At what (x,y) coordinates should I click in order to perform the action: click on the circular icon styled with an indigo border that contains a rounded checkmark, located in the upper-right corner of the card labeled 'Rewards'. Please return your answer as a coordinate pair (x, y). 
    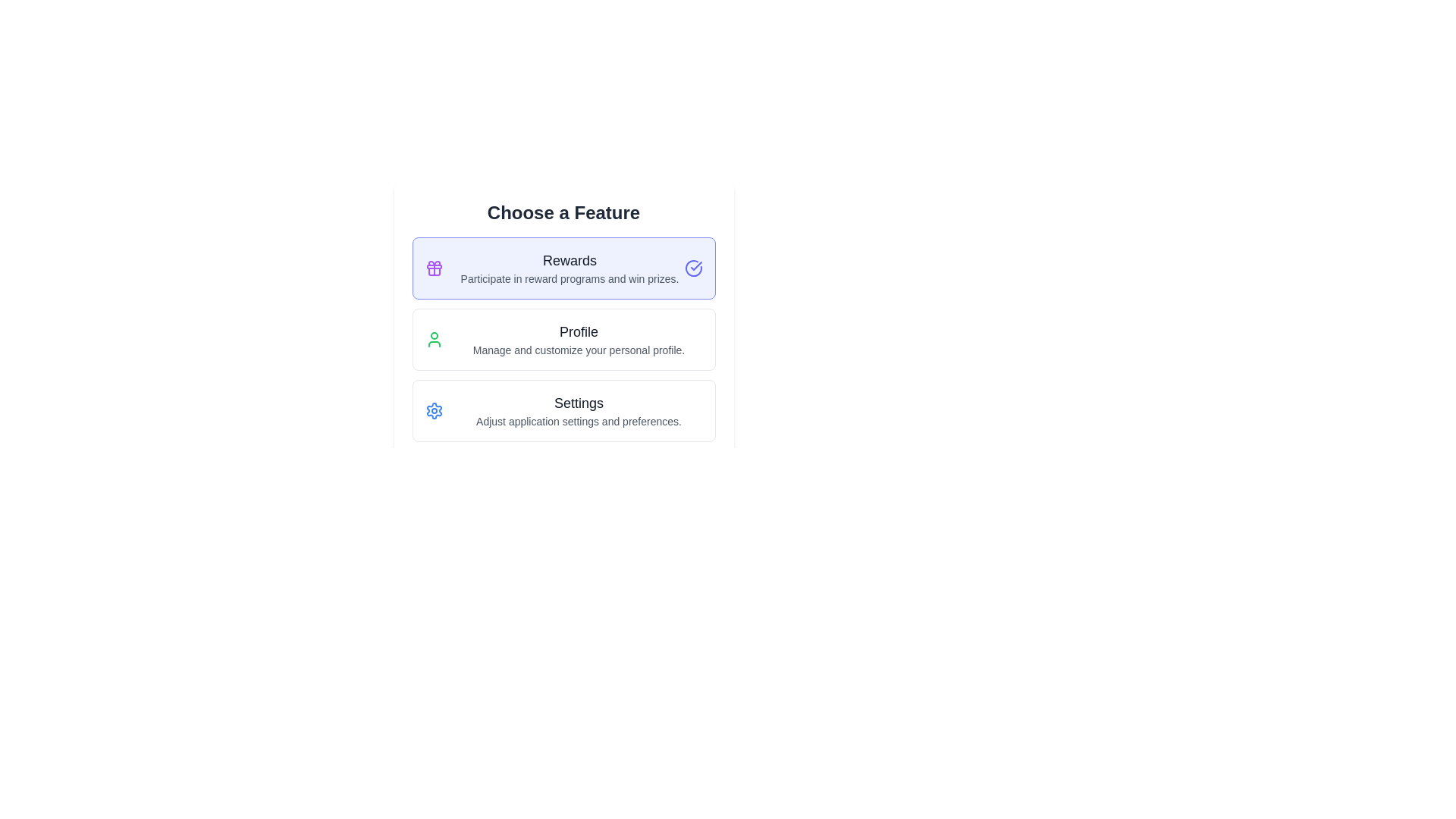
    Looking at the image, I should click on (692, 268).